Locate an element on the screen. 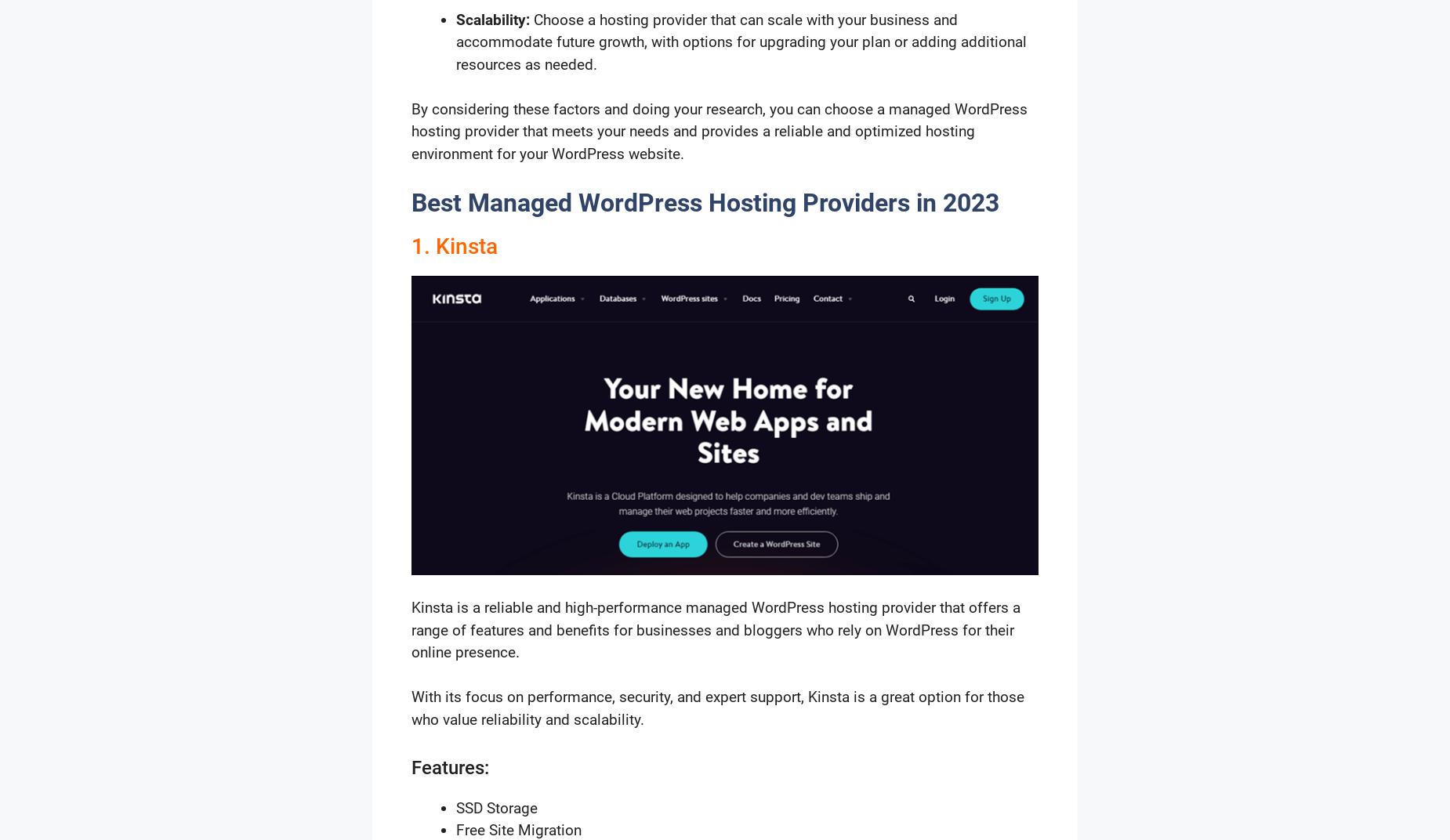  'With its focus on performance, security, and expert support, Kinsta is a great option for those who value reliability and scalability.' is located at coordinates (717, 708).